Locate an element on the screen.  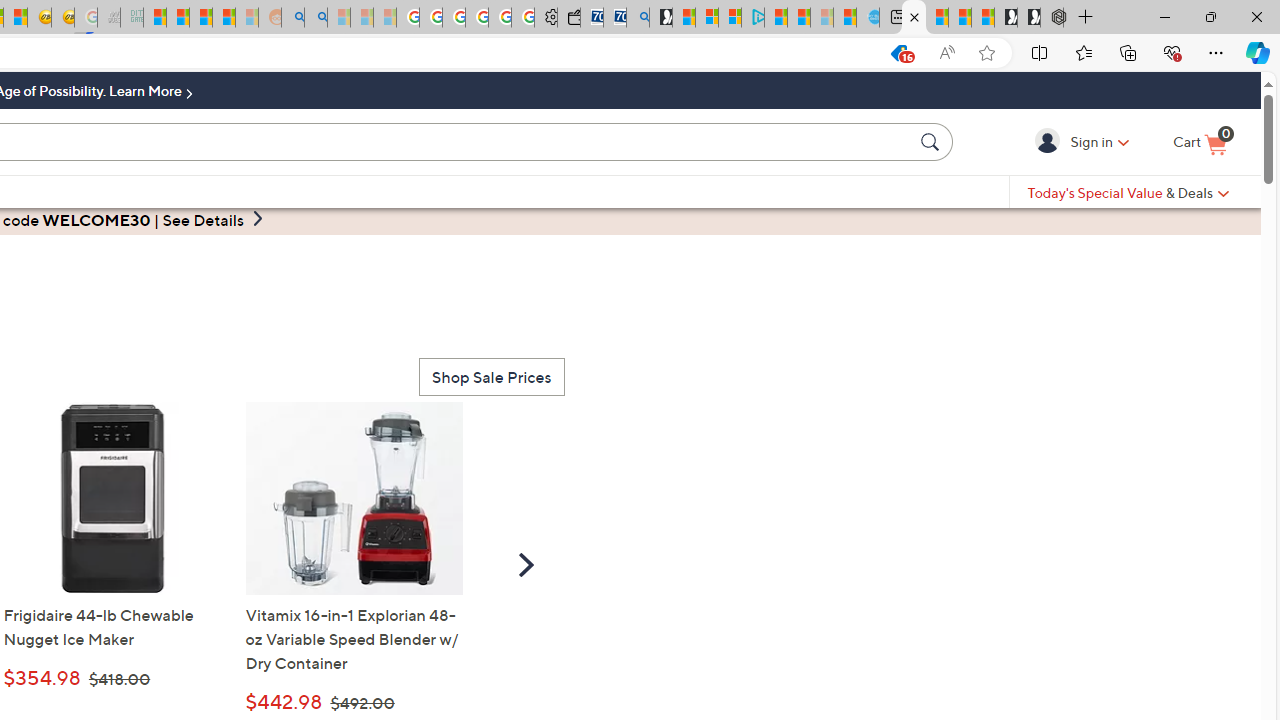
'DITOGAMES AG Imprint - Sleeping' is located at coordinates (131, 17).